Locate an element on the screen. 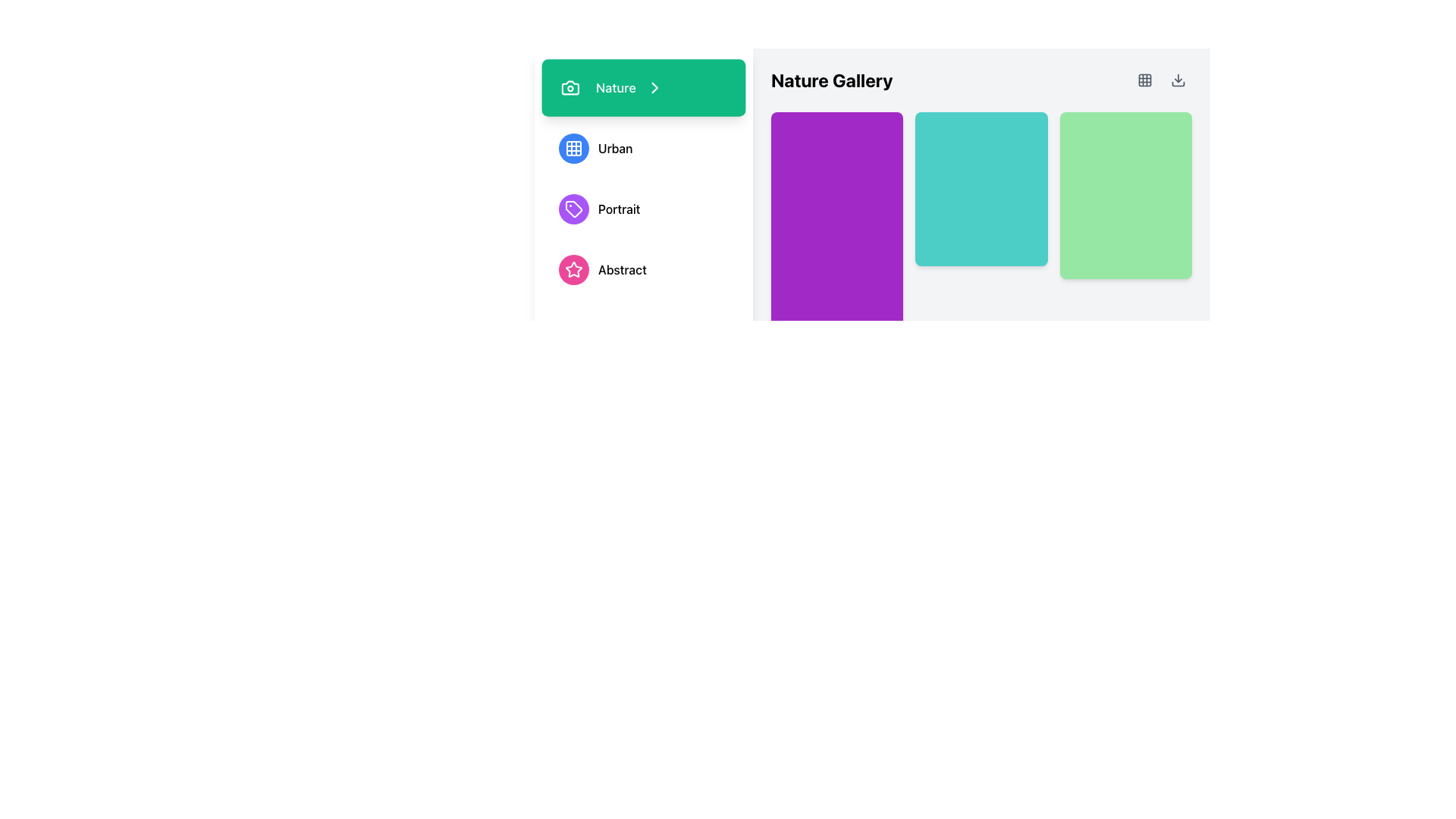  the card located in the top-left corner of the grid is located at coordinates (836, 260).